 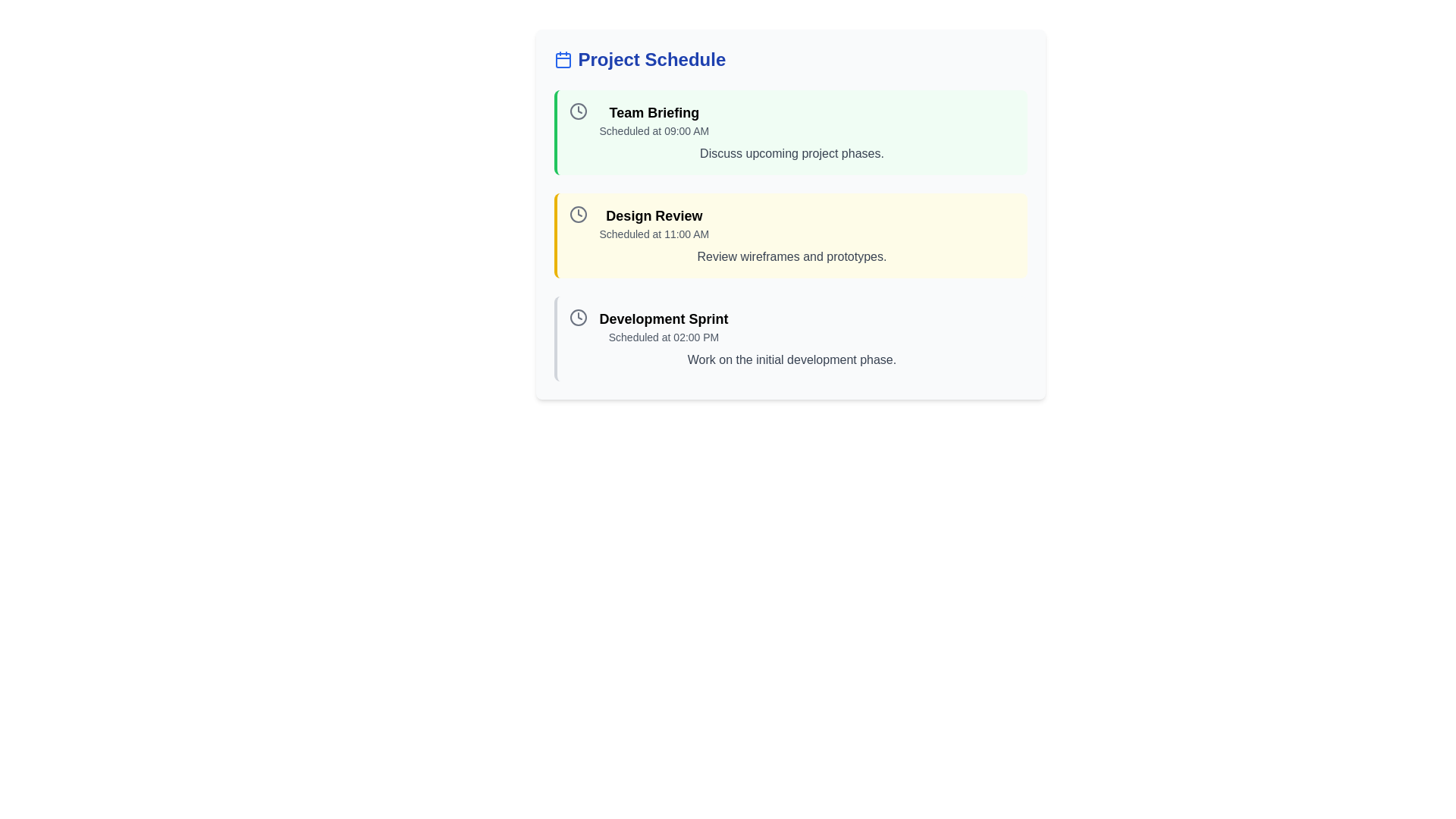 What do you see at coordinates (577, 317) in the screenshot?
I see `the circular shape element representing the outer boundary of the clock icon next to the text 'Development Sprint' for inspection` at bounding box center [577, 317].